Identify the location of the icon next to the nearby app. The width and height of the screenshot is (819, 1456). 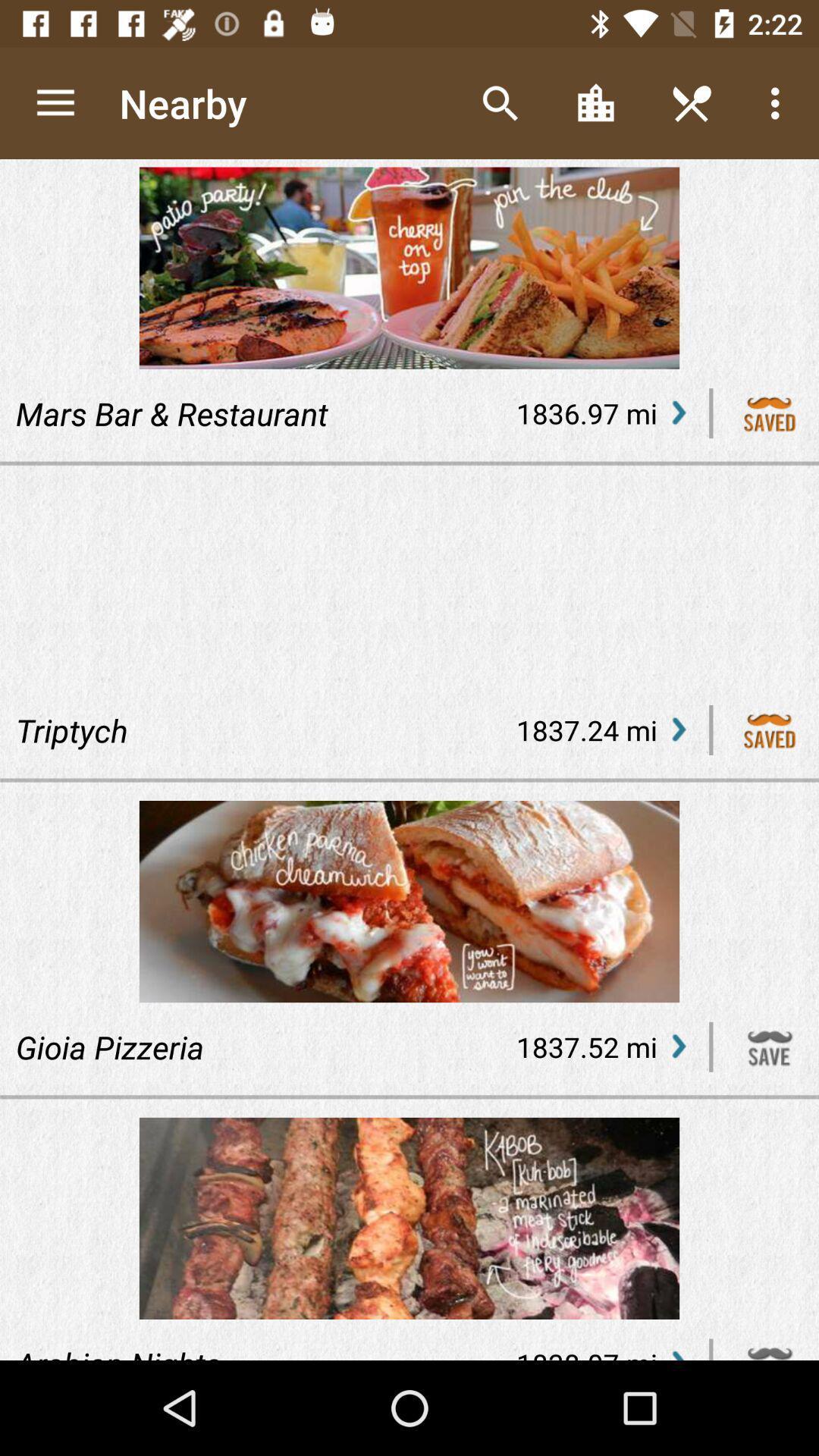
(55, 102).